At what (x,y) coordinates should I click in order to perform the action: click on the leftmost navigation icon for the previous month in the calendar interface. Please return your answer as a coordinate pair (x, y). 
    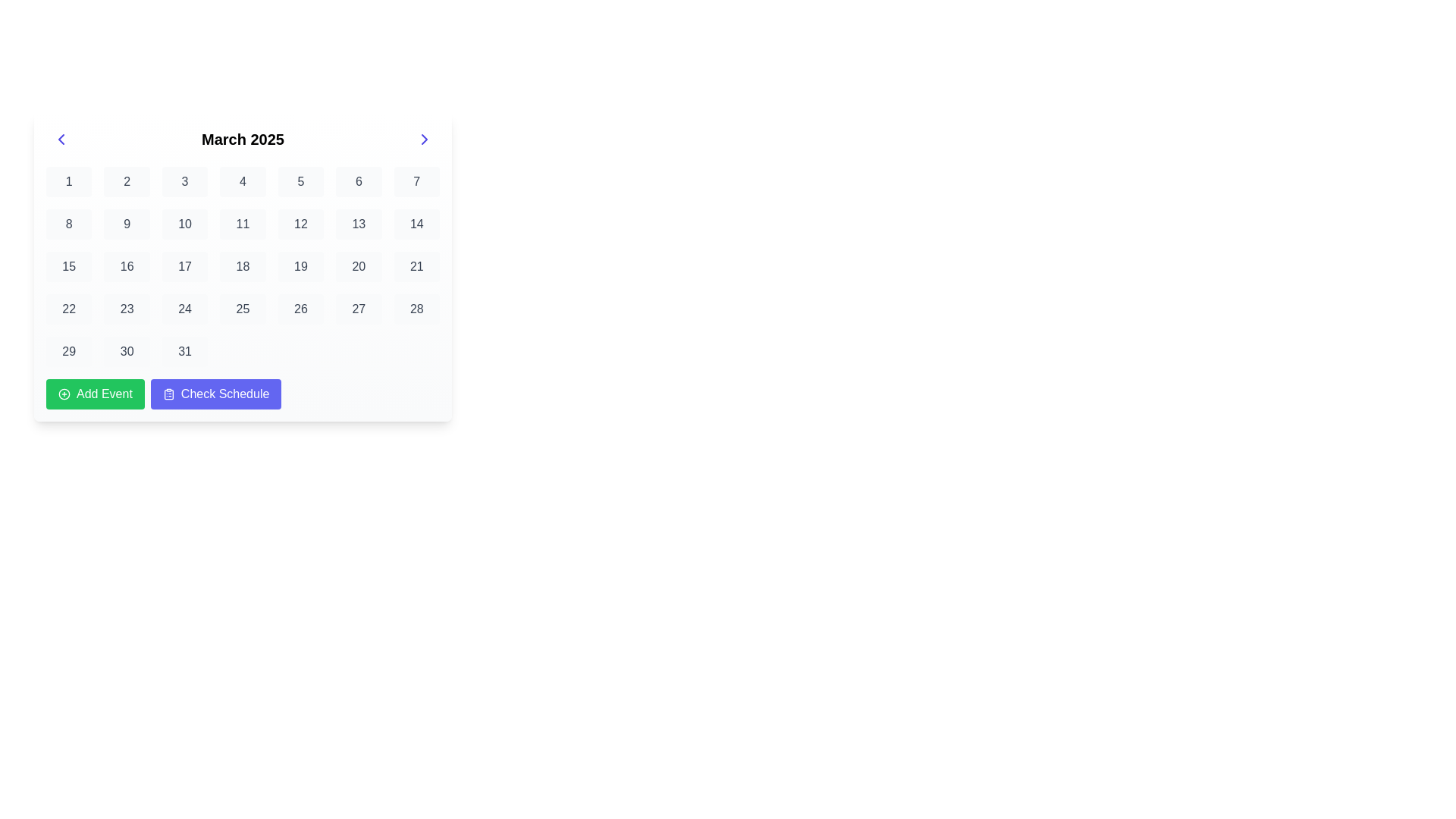
    Looking at the image, I should click on (61, 140).